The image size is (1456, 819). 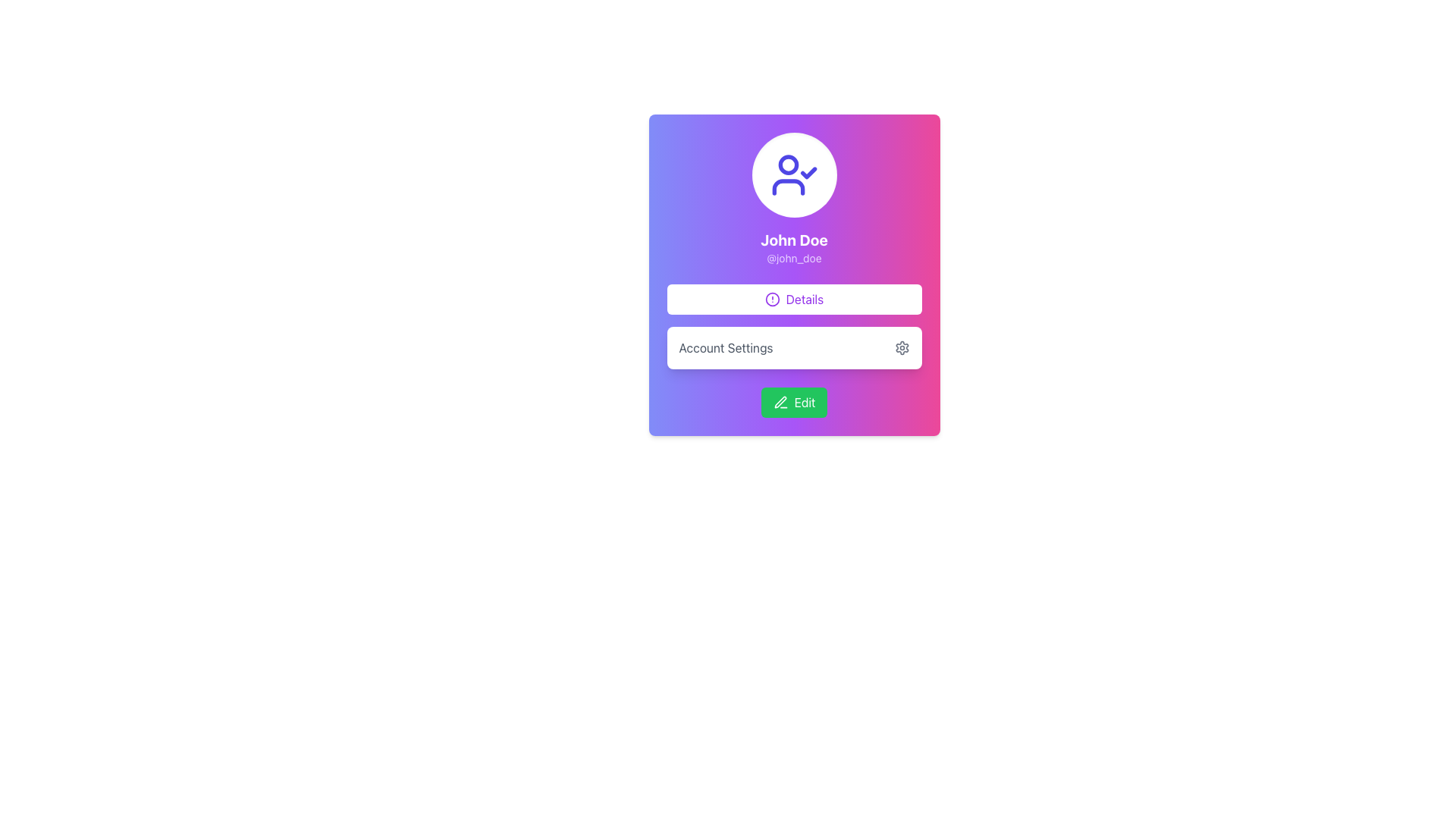 I want to click on the user's profile image placeholder or avatar component located at the center top of the user card, so click(x=793, y=174).